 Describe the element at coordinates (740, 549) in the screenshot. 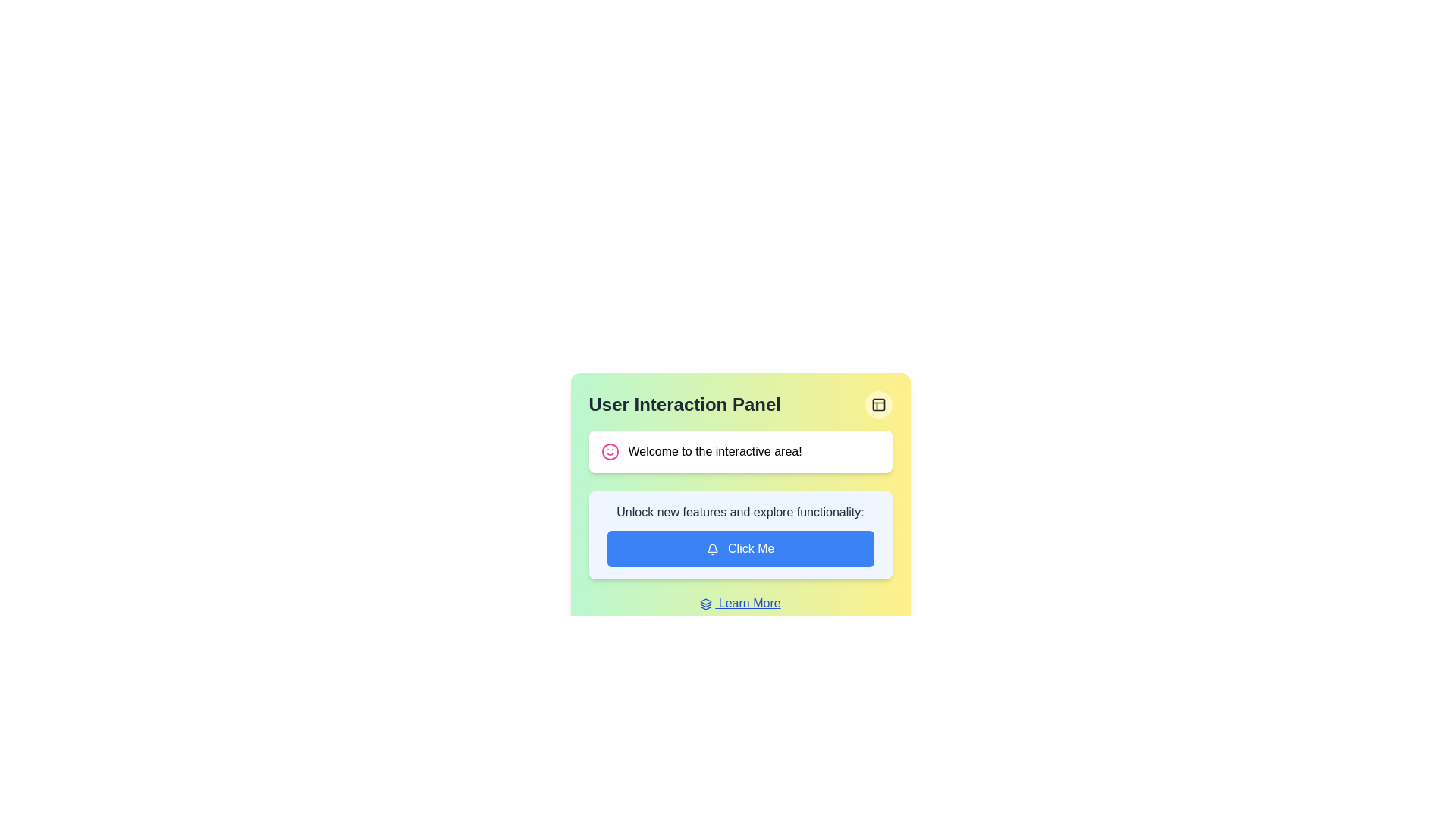

I see `the 'Click Me' button with a blue background and white text` at that location.